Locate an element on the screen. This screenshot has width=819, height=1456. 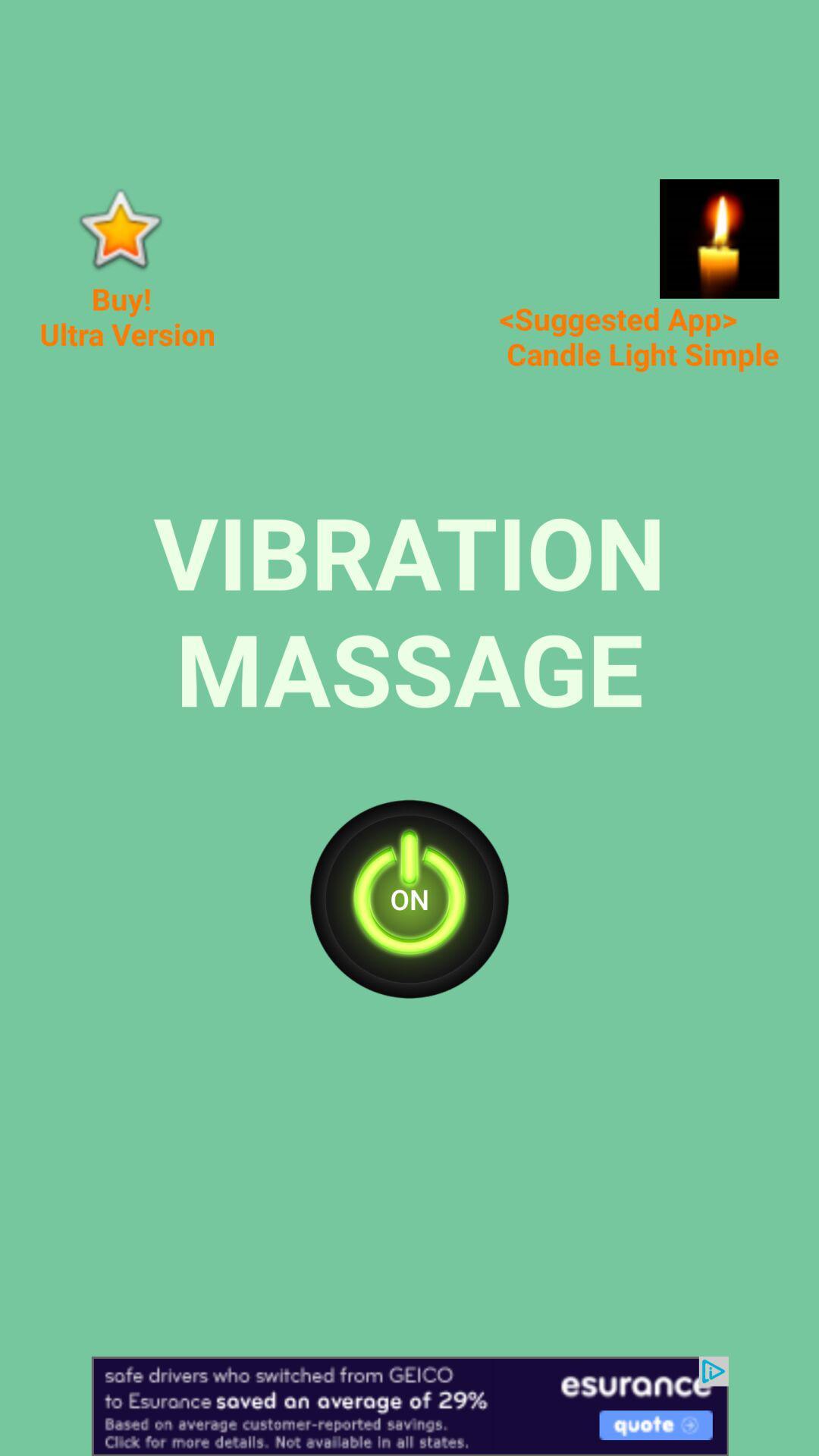
open advertisement is located at coordinates (718, 238).